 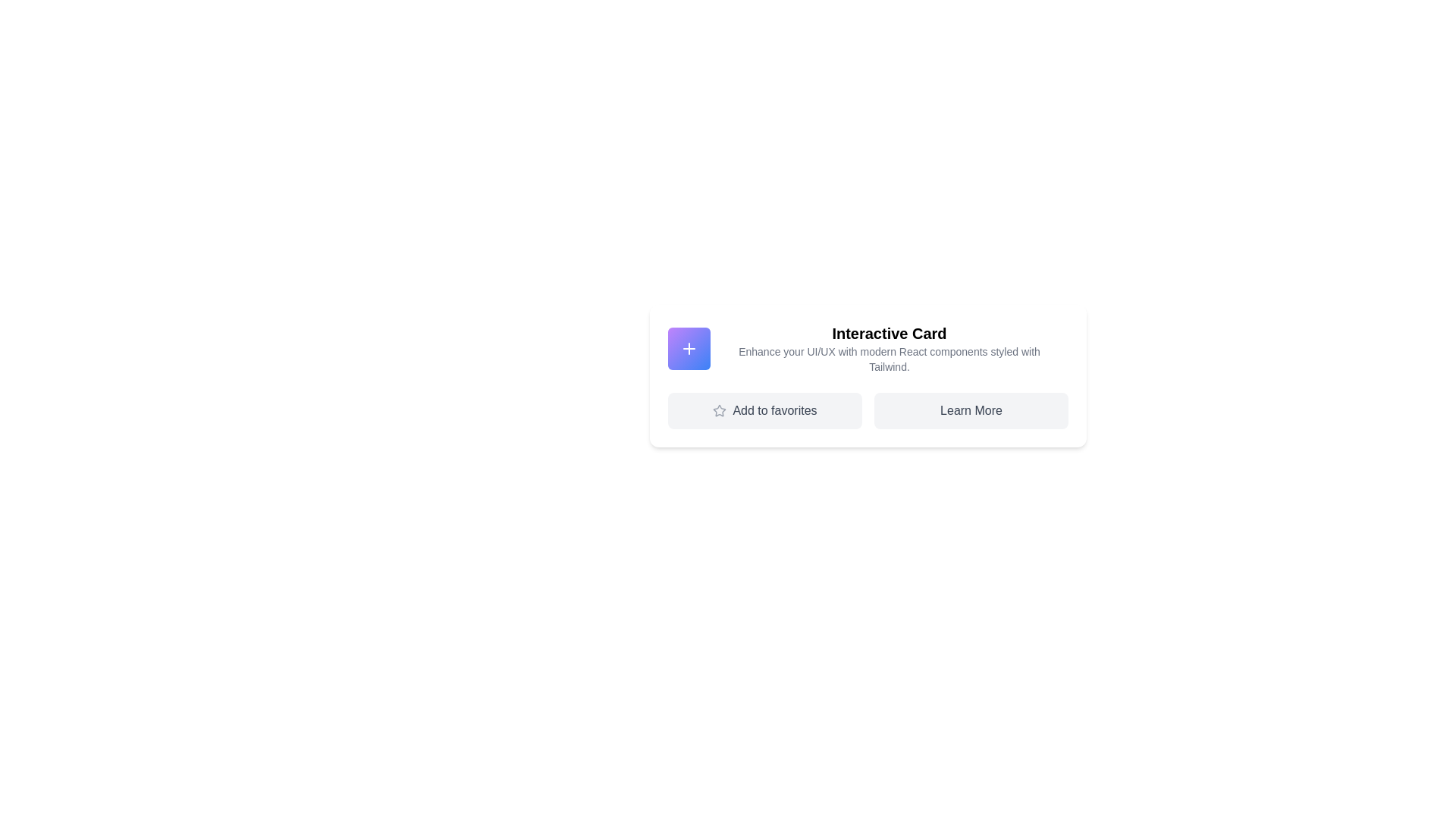 I want to click on the 'Add to favorites' button, which is a light gray rectangular button with rounded corners, containing a gray star icon and the text 'Add to favorites', positioned as the leftmost button in a two-column grid layout, so click(x=764, y=411).